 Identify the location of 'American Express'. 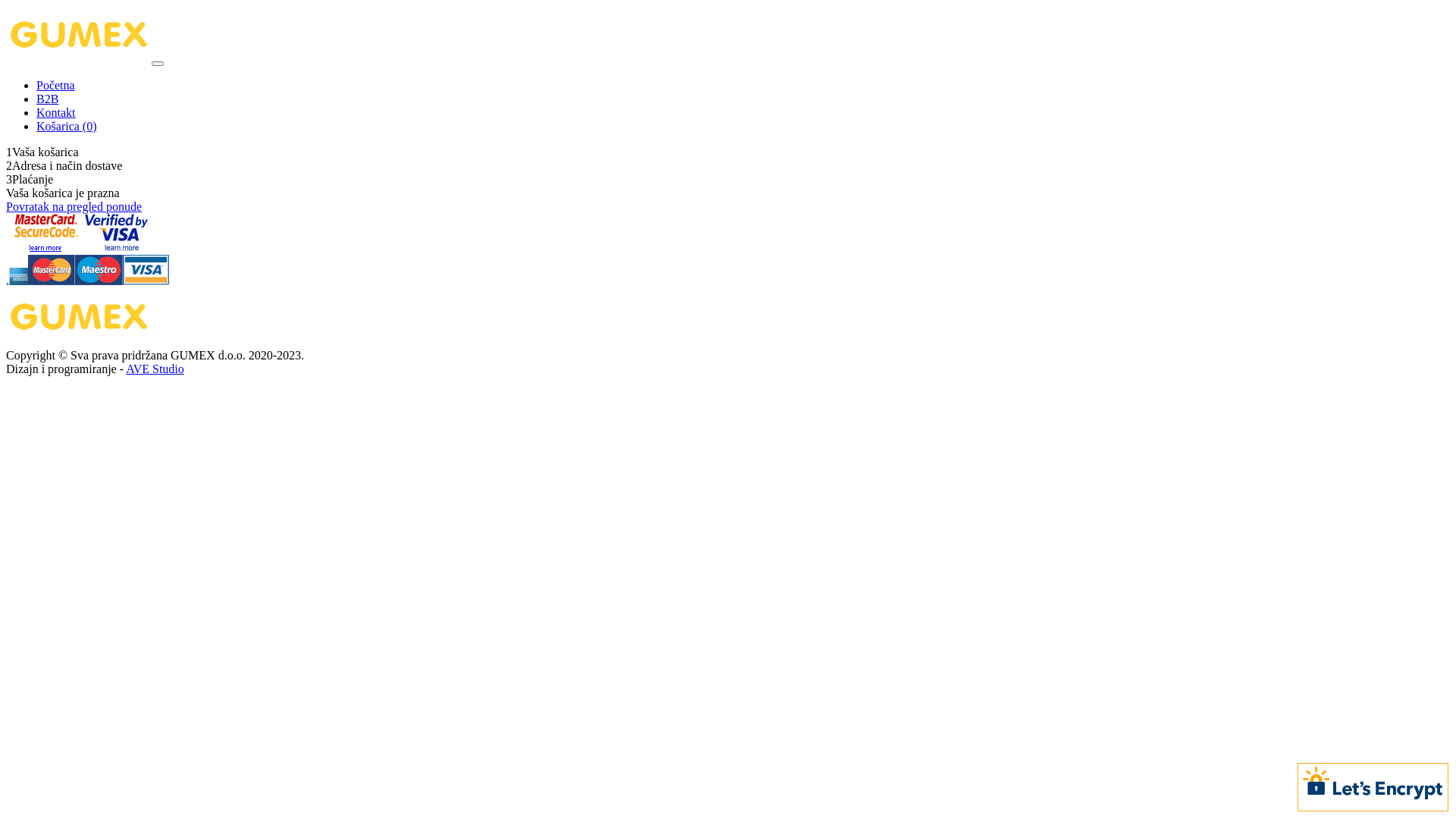
(6, 281).